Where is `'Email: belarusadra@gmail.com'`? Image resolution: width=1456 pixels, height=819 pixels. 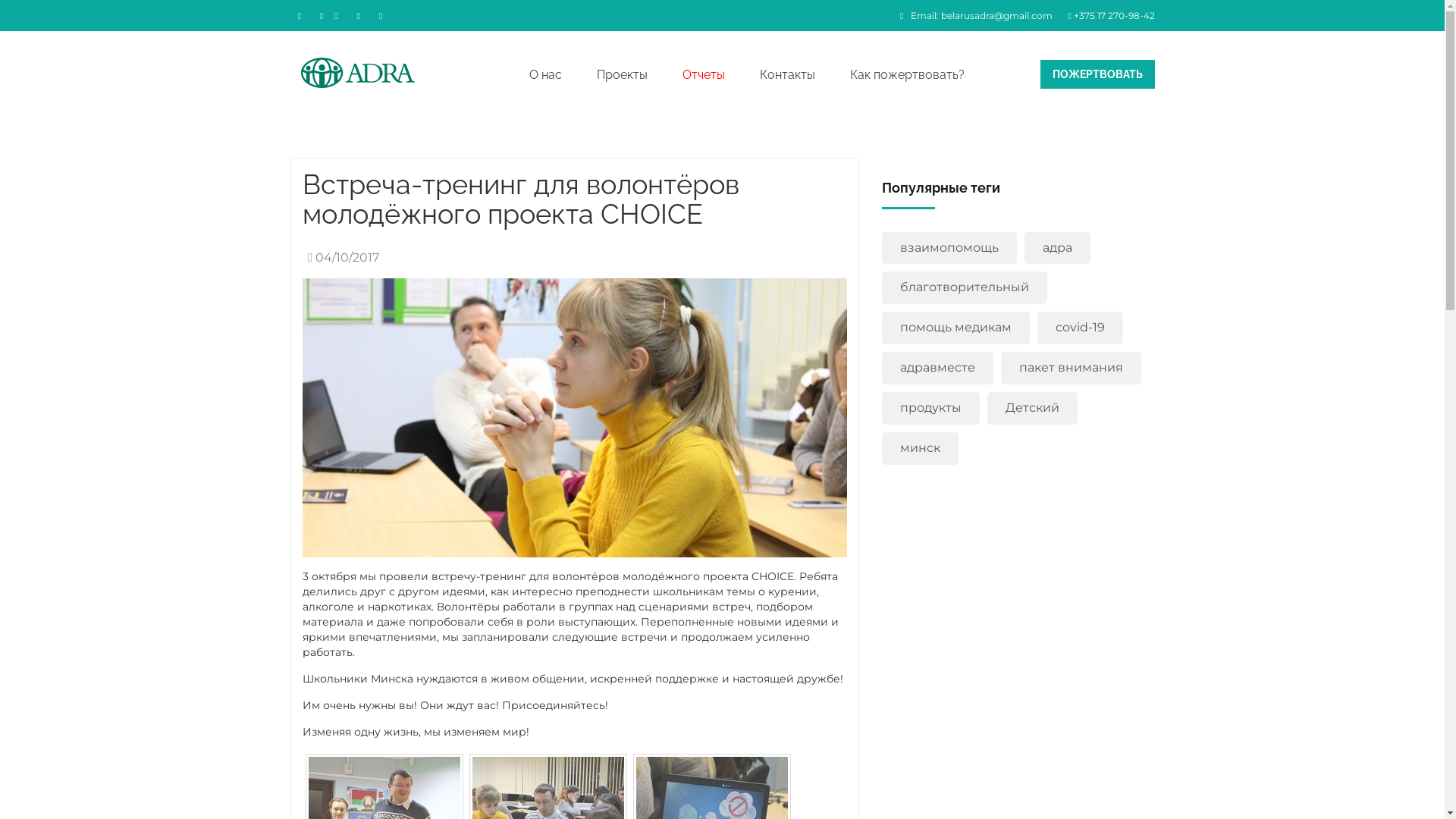
'Email: belarusadra@gmail.com' is located at coordinates (892, 15).